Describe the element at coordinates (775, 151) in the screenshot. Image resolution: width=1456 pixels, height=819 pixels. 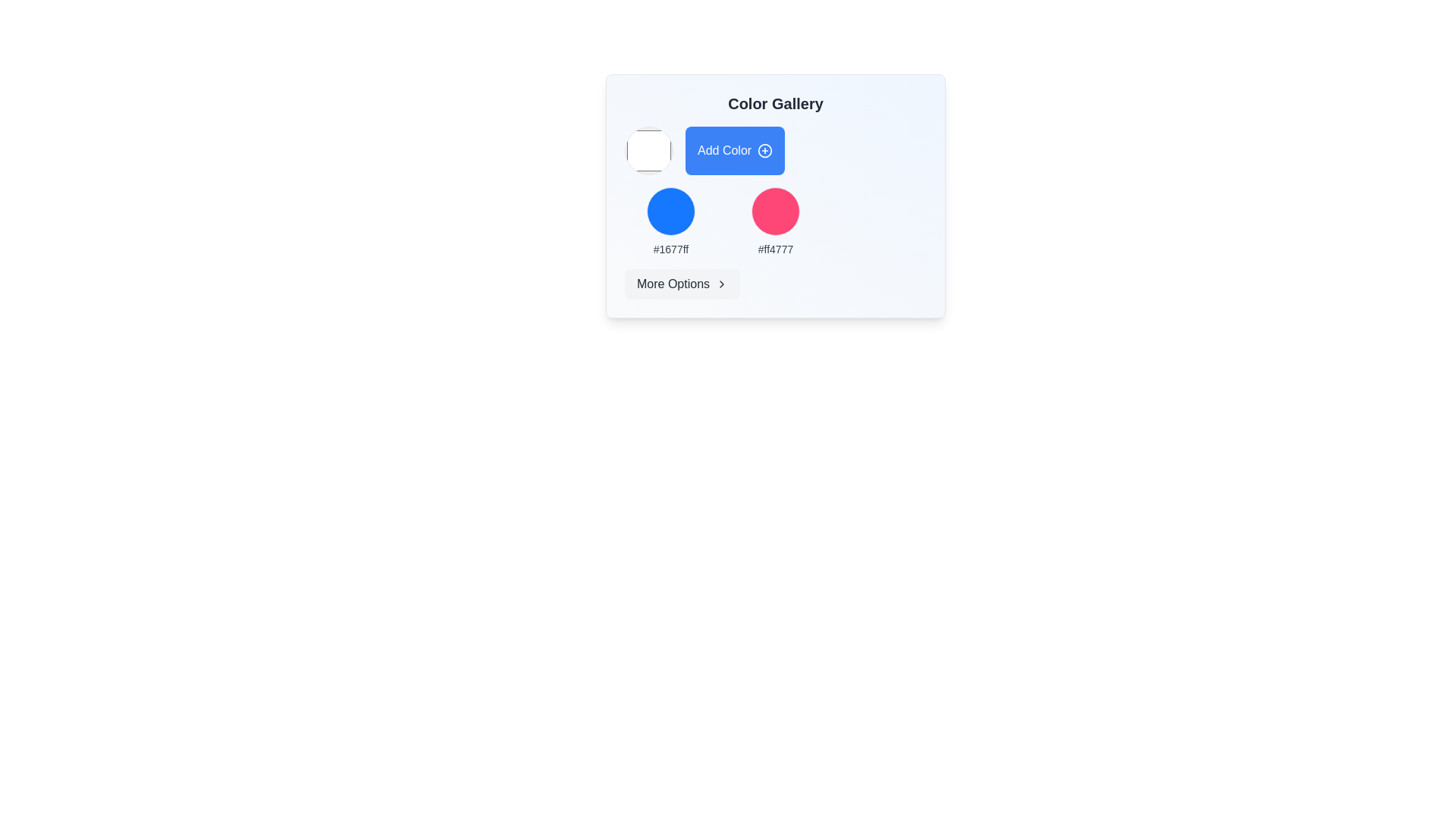
I see `the 'Add Color' button, which has a blue background and white text, located below the 'Color Gallery' heading and to the right of a circular color picker` at that location.